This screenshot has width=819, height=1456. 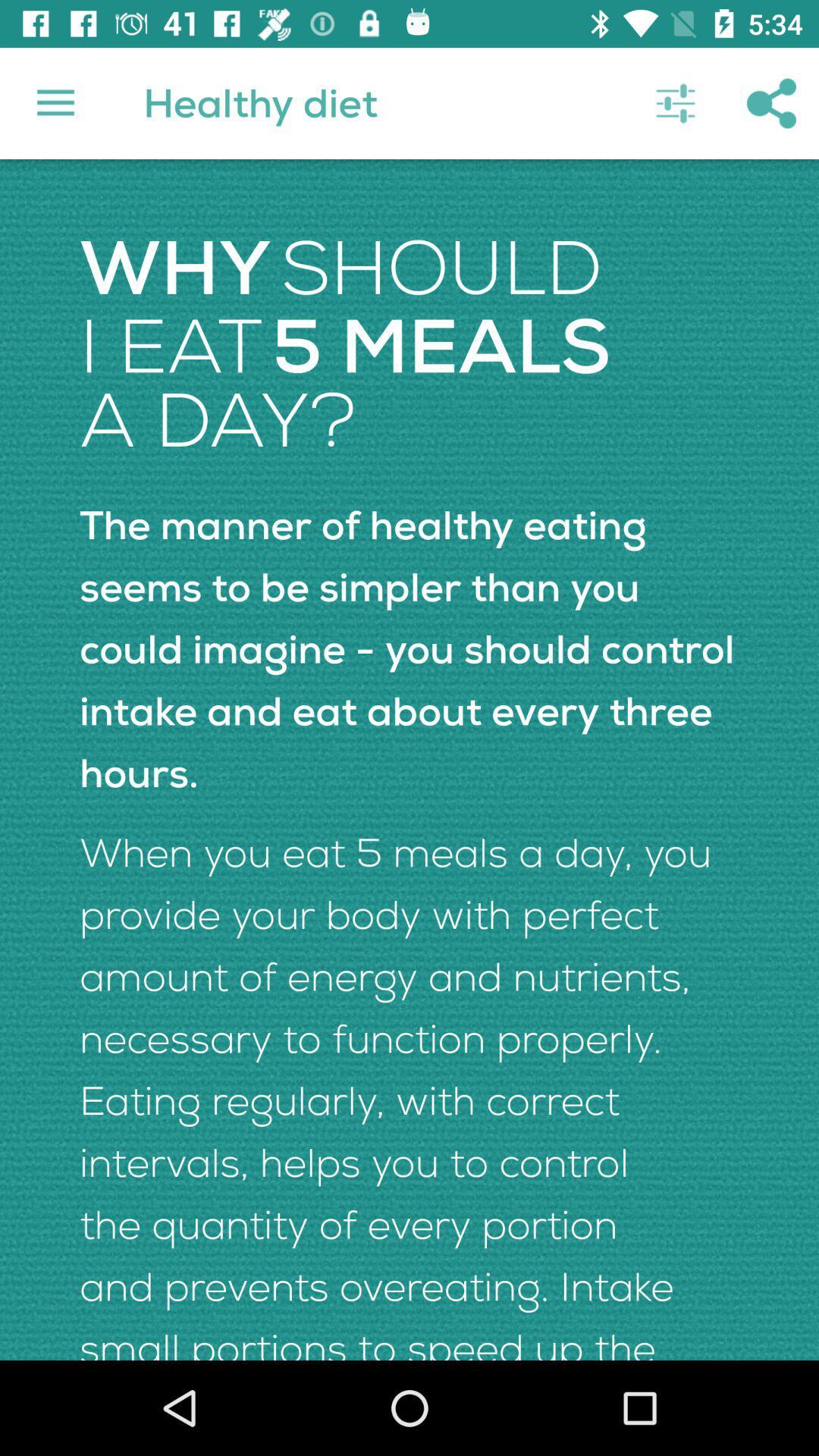 What do you see at coordinates (675, 102) in the screenshot?
I see `item next to the healthy diet icon` at bounding box center [675, 102].